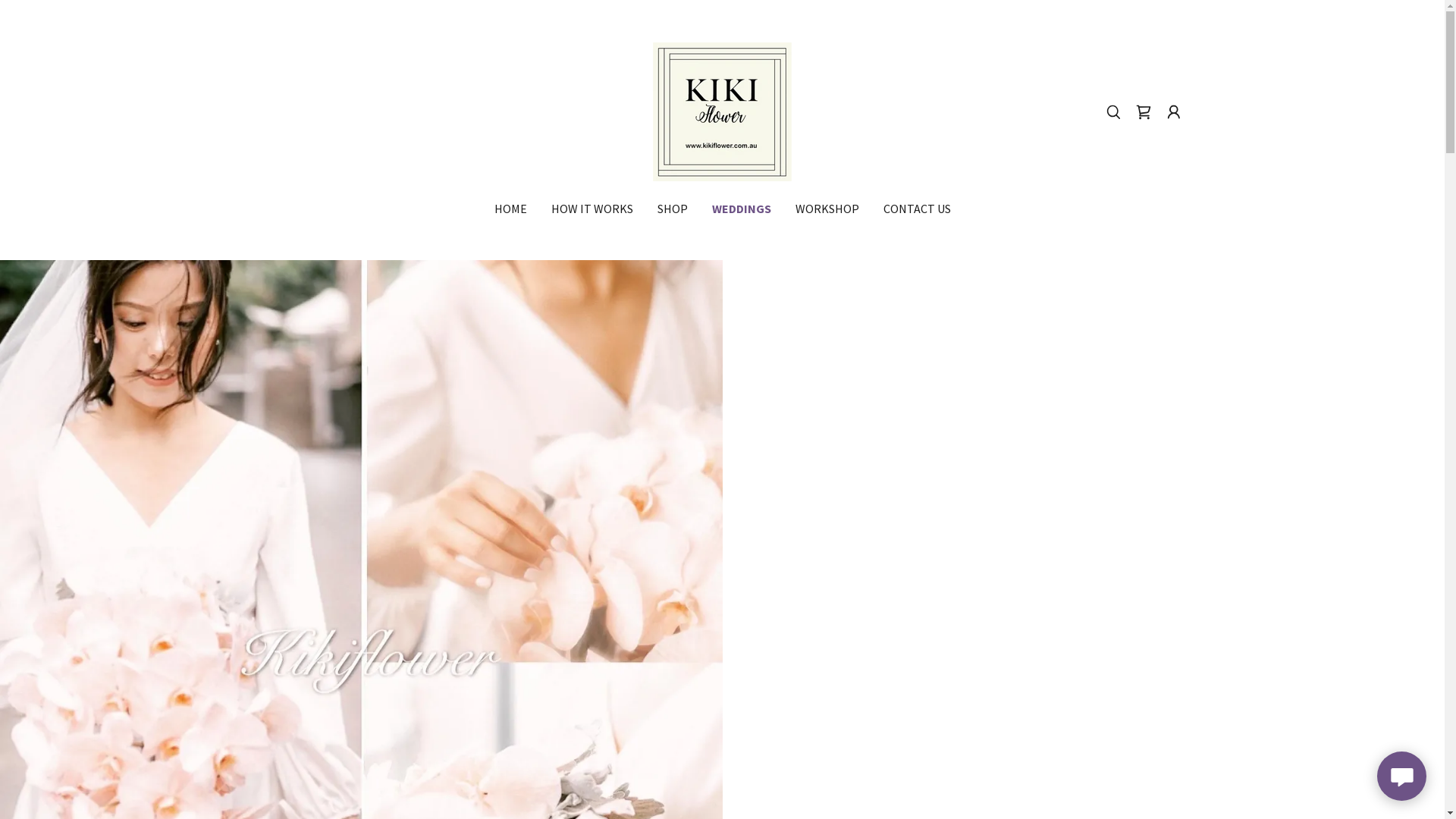 This screenshot has height=819, width=1456. What do you see at coordinates (590, 208) in the screenshot?
I see `'HOW IT WORKS'` at bounding box center [590, 208].